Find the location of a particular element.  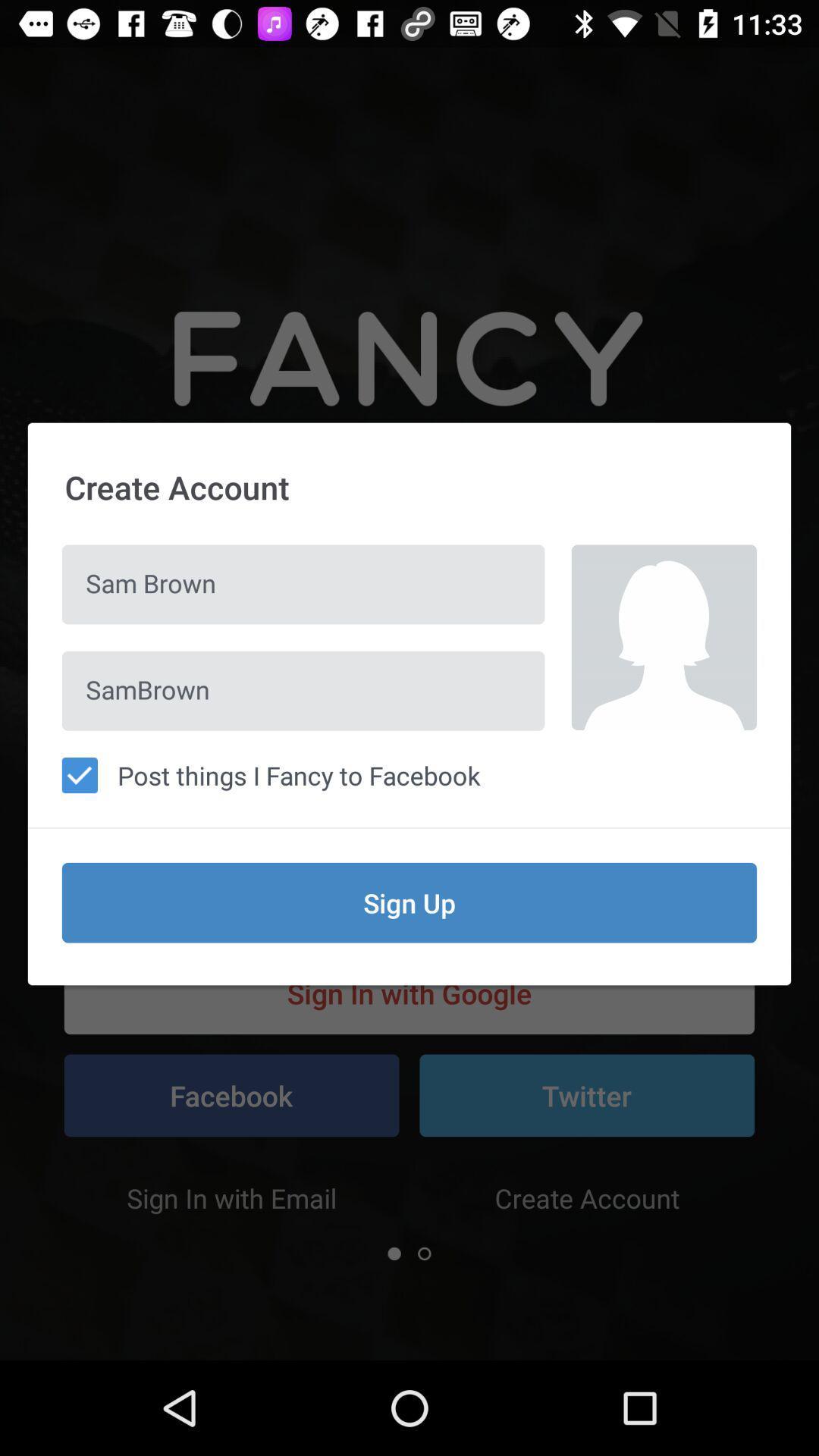

the sam brown icon is located at coordinates (303, 584).